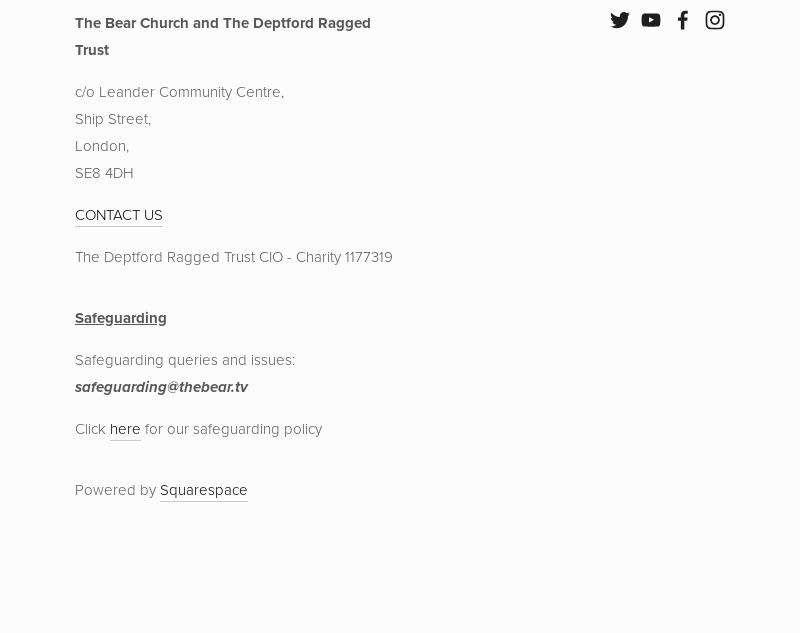 The image size is (800, 633). I want to click on 'CONTACT US', so click(75, 214).